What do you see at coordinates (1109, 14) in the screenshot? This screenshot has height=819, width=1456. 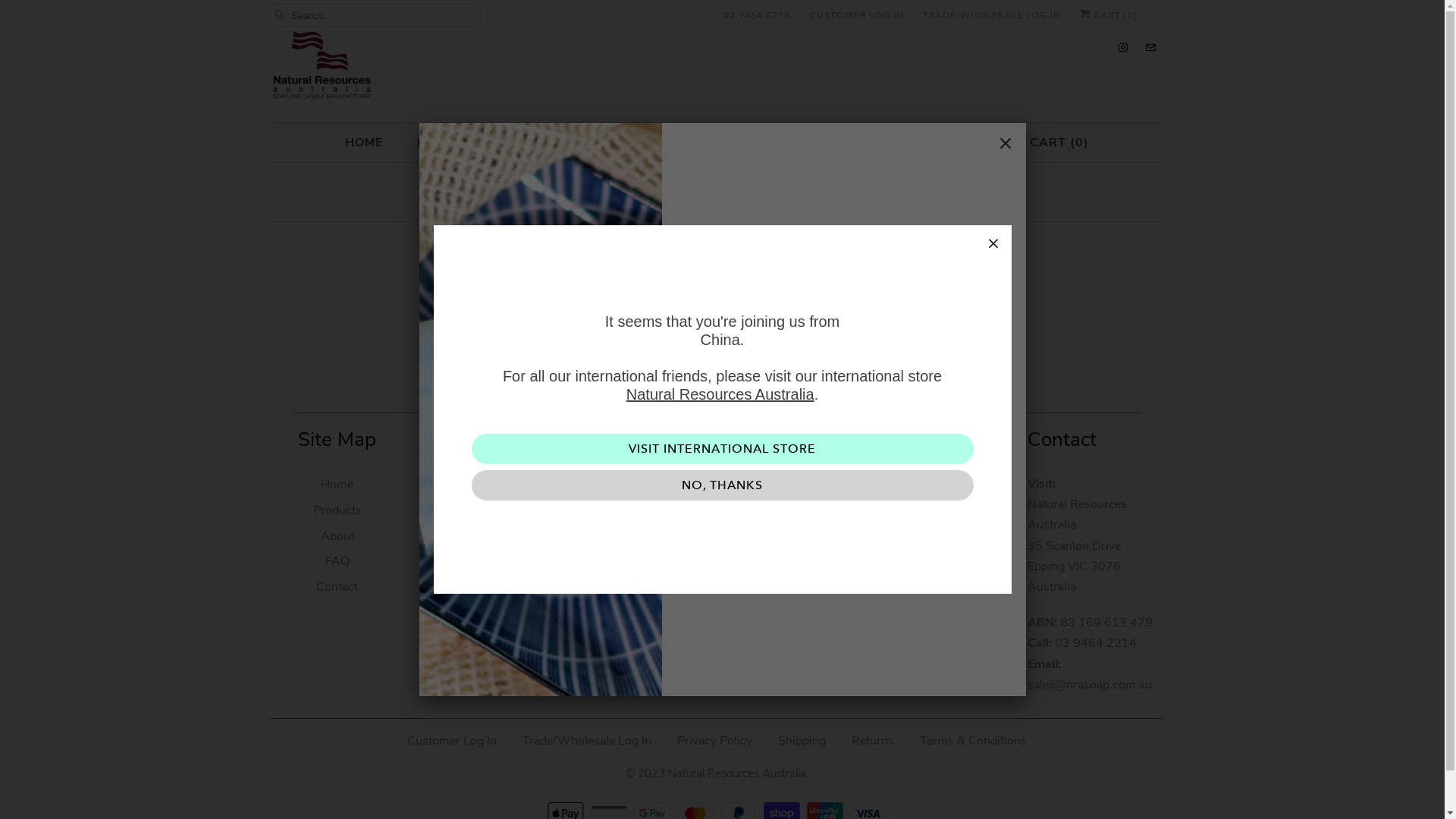 I see `'CART (0)'` at bounding box center [1109, 14].